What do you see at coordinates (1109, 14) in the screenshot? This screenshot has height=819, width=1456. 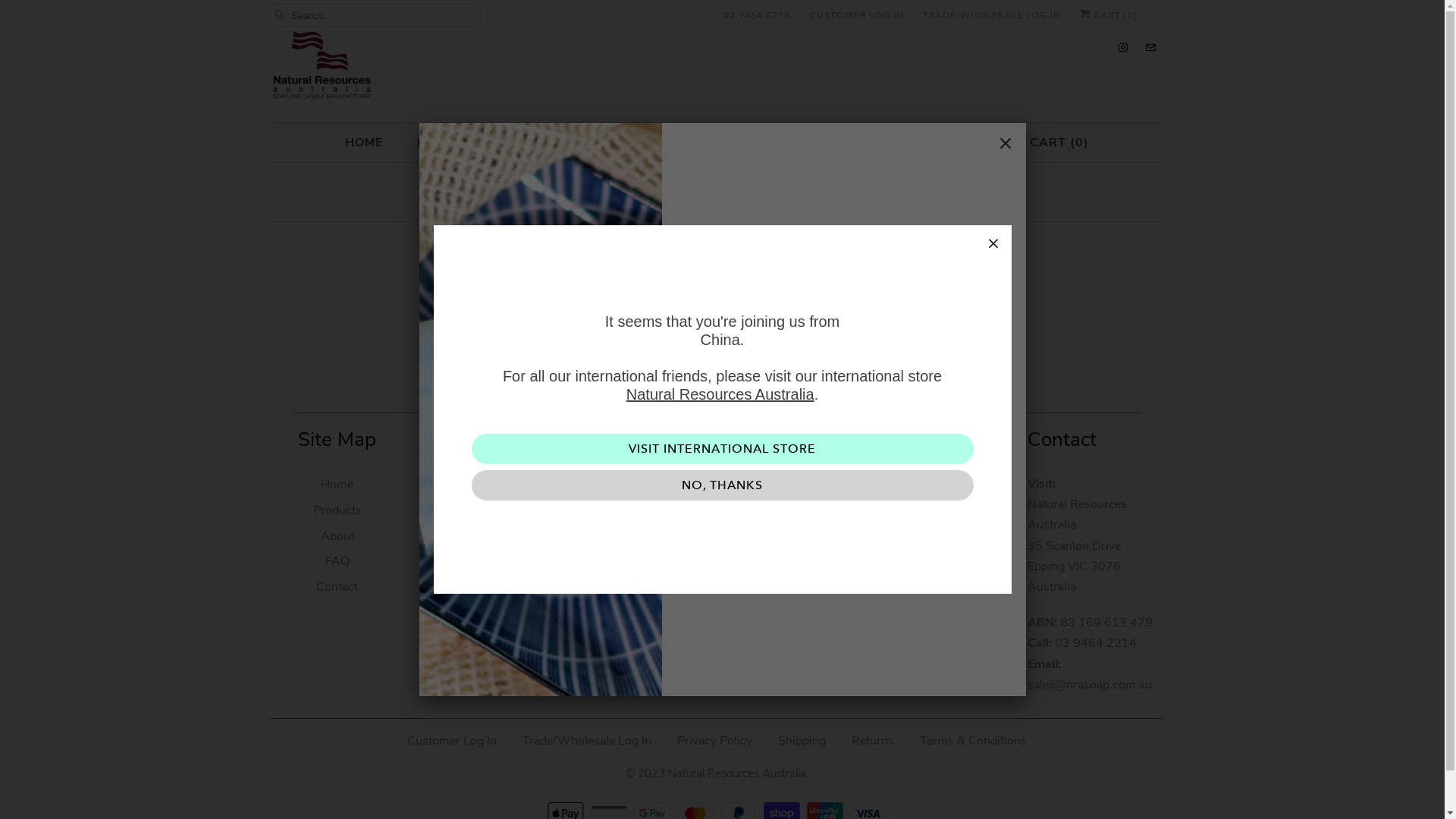 I see `'CART (0)'` at bounding box center [1109, 14].